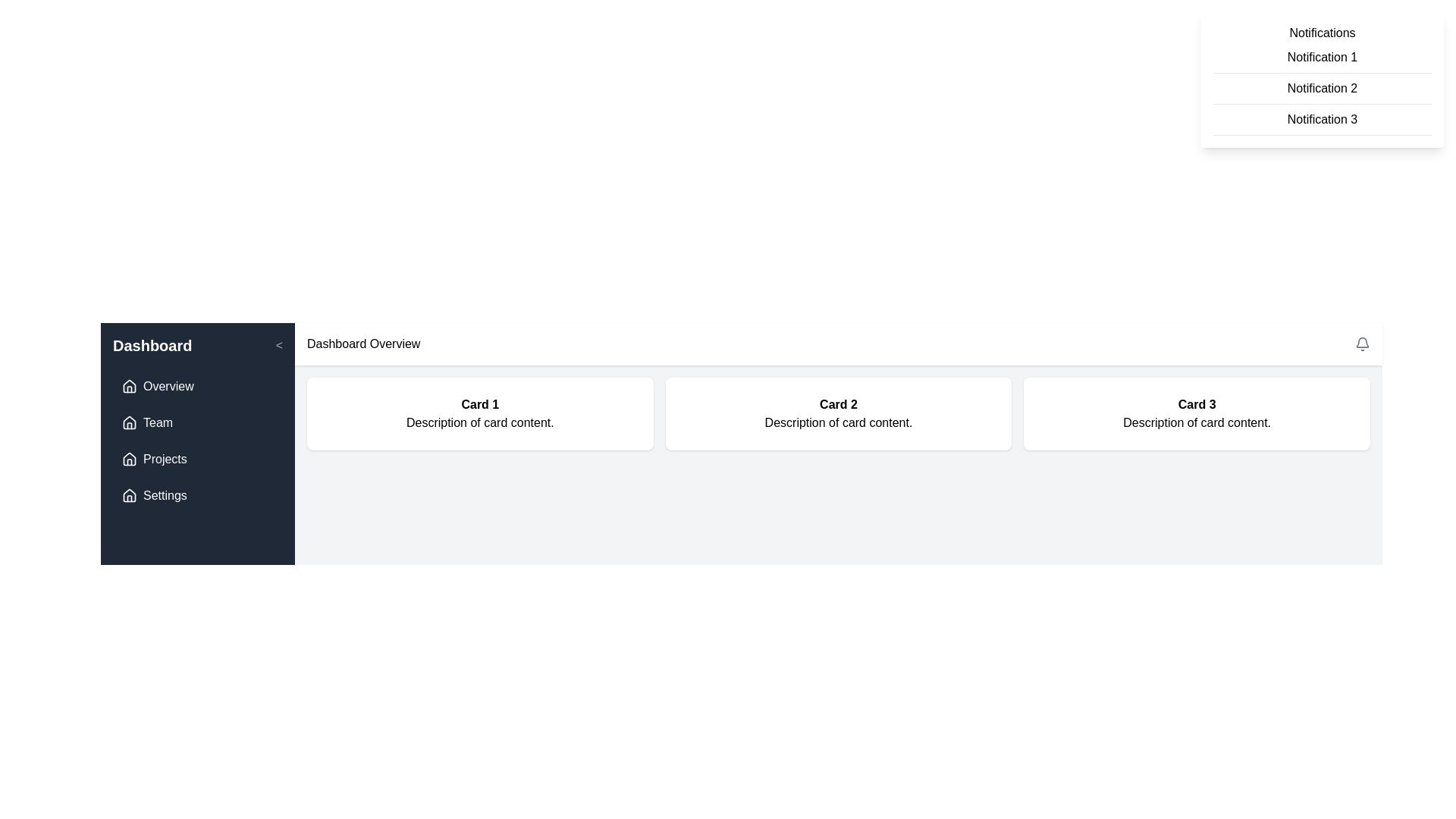 This screenshot has width=1456, height=819. I want to click on the text label 'Team' located in the dark background sidebar, so click(158, 423).